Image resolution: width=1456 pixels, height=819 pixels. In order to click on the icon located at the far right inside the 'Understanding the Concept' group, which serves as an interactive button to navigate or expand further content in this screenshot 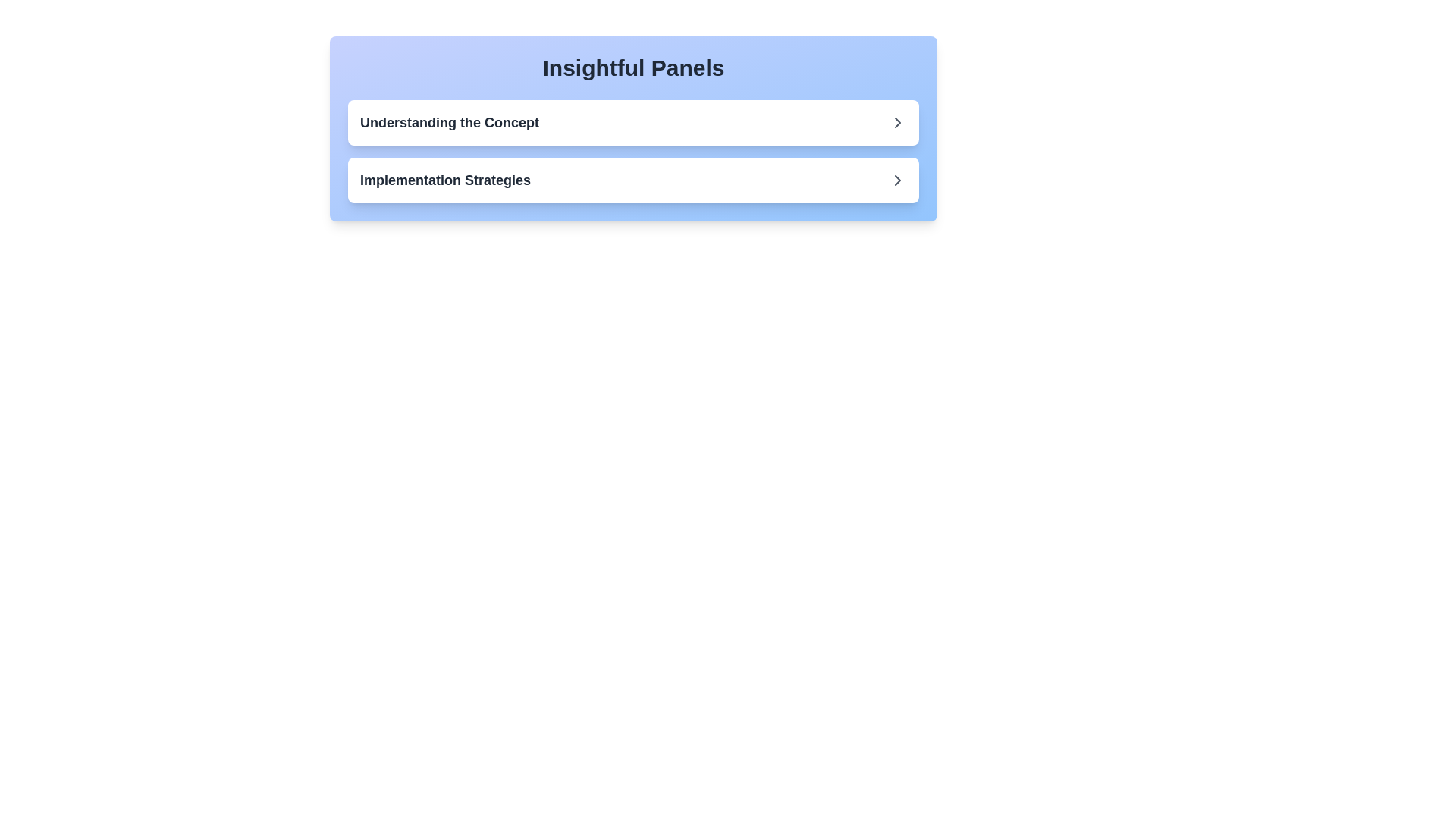, I will do `click(898, 122)`.